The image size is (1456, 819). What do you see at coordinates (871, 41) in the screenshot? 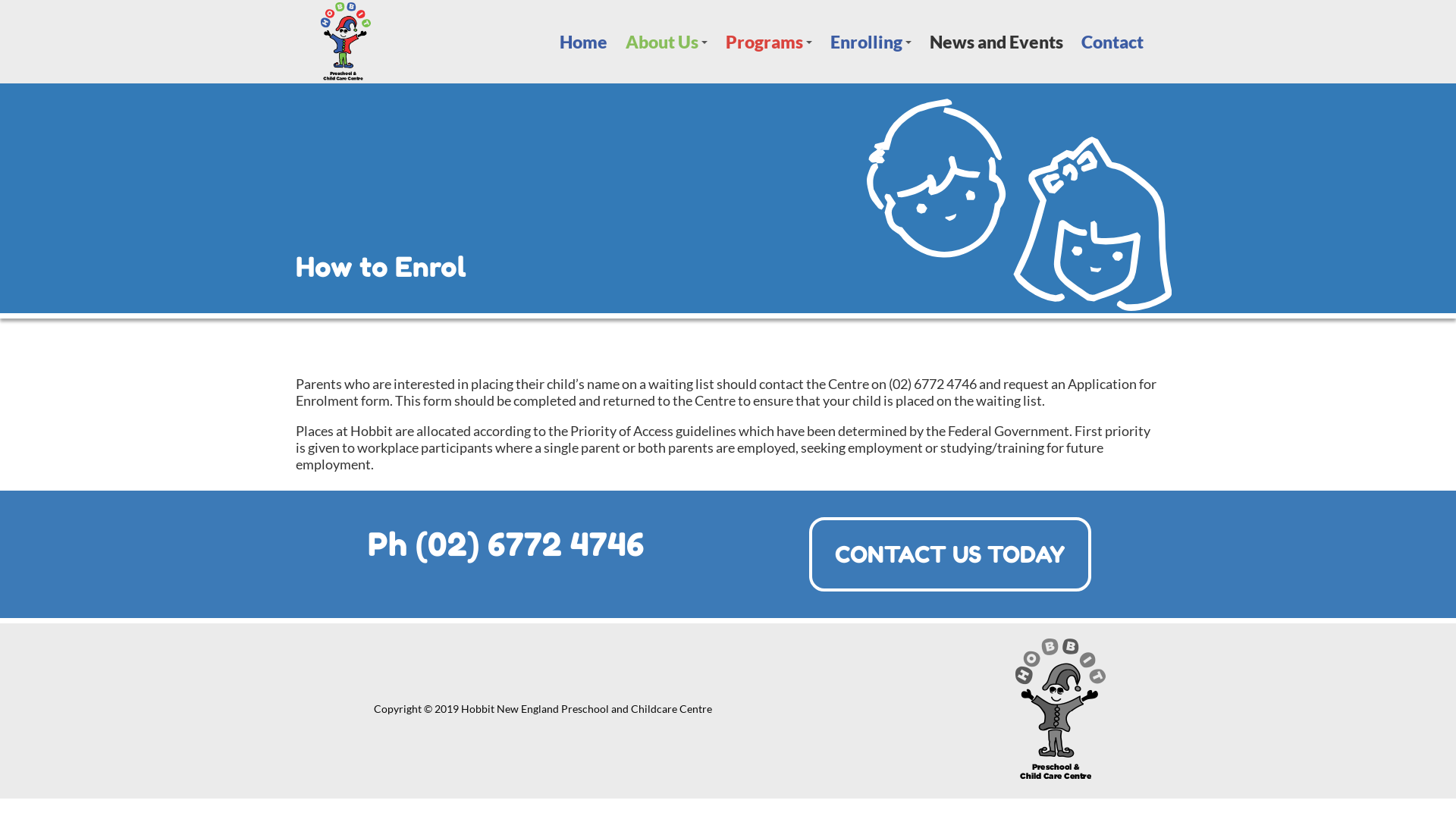
I see `'+` at bounding box center [871, 41].